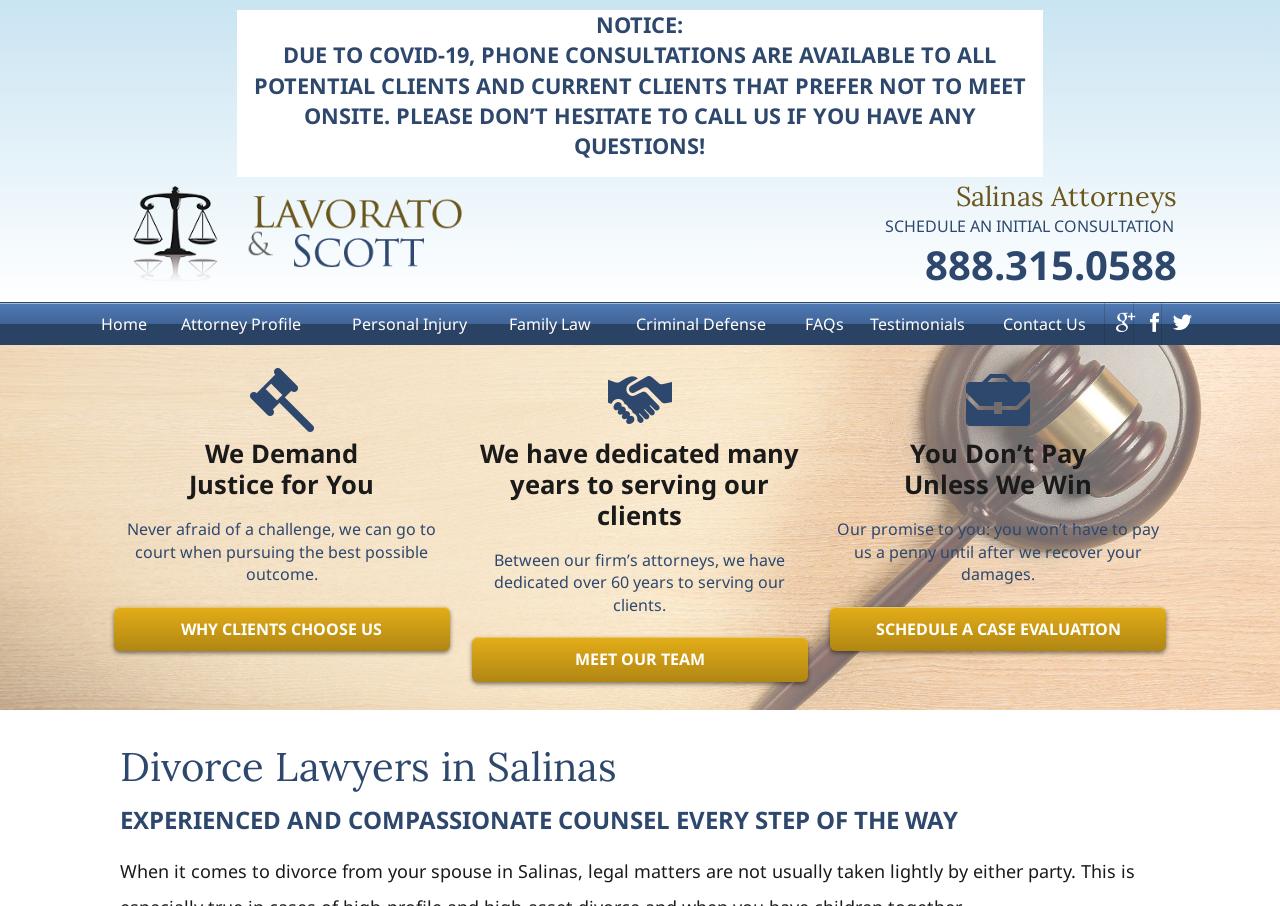 Image resolution: width=1280 pixels, height=906 pixels. I want to click on 'Between our firm’s attorneys, we have dedicated over 60 years to serving our clients.', so click(638, 581).